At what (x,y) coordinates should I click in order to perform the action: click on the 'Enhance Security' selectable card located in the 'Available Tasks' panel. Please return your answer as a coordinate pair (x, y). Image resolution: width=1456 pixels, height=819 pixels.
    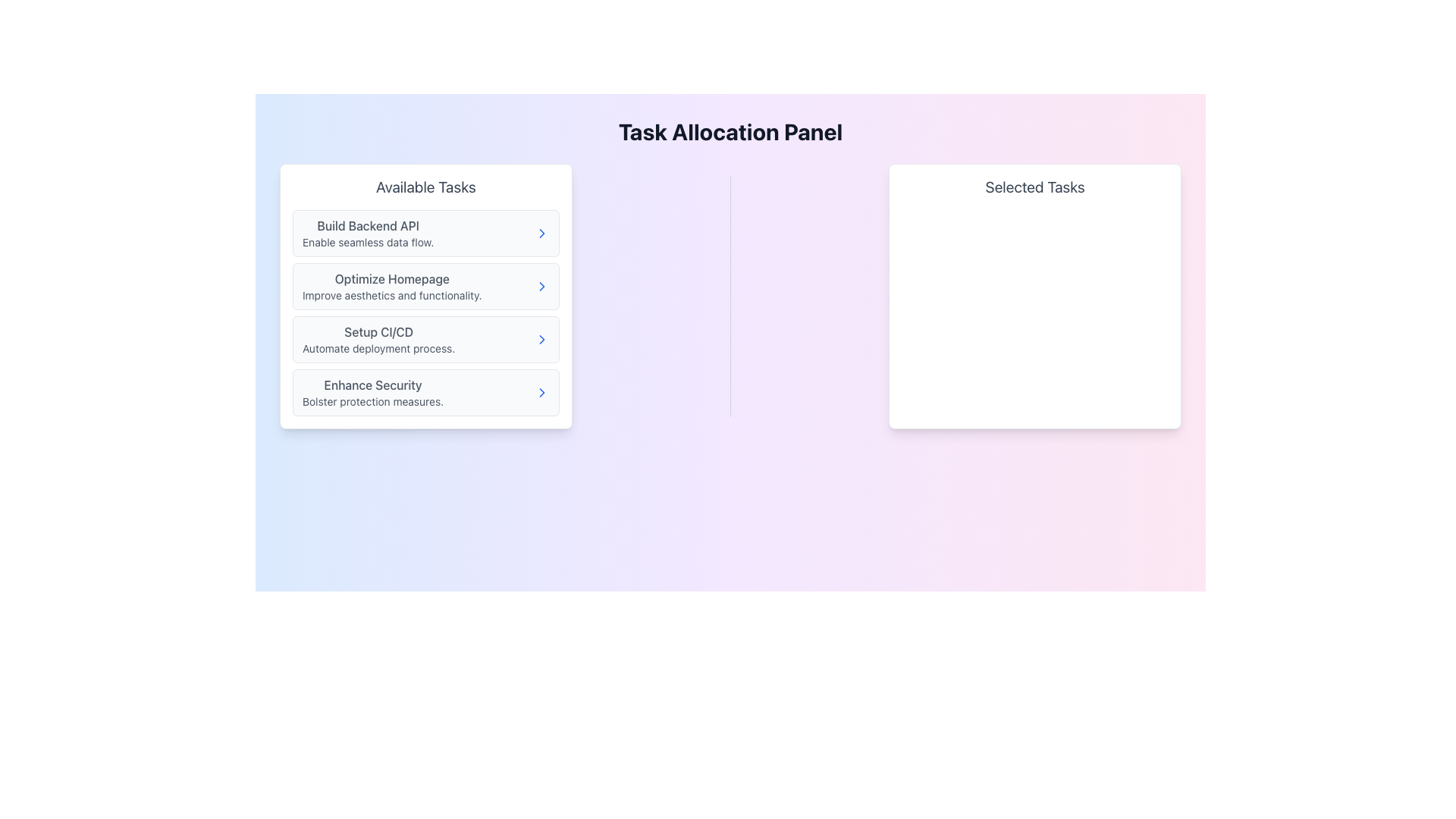
    Looking at the image, I should click on (425, 391).